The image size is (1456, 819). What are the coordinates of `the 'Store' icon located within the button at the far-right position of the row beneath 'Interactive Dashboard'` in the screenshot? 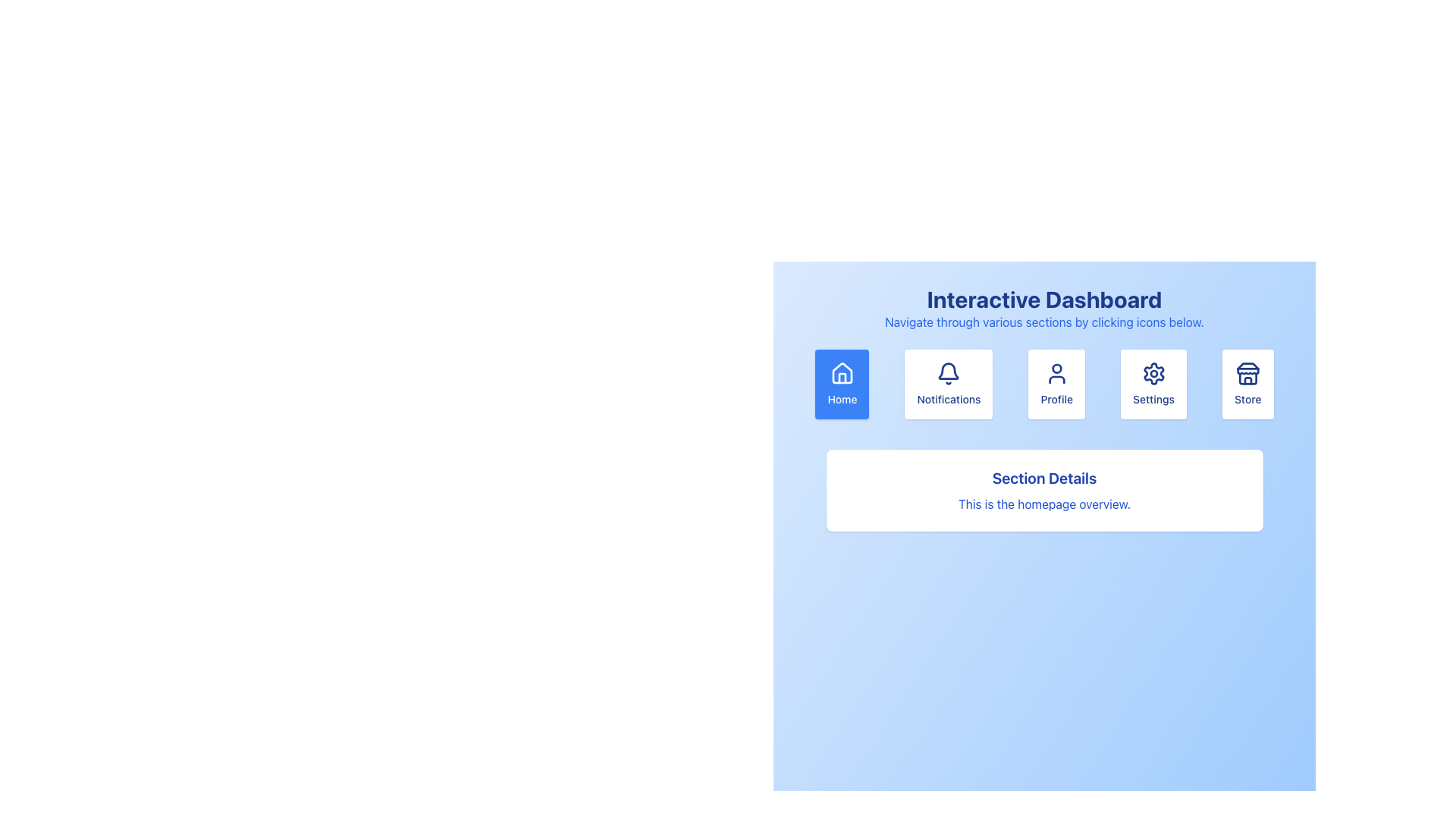 It's located at (1247, 374).